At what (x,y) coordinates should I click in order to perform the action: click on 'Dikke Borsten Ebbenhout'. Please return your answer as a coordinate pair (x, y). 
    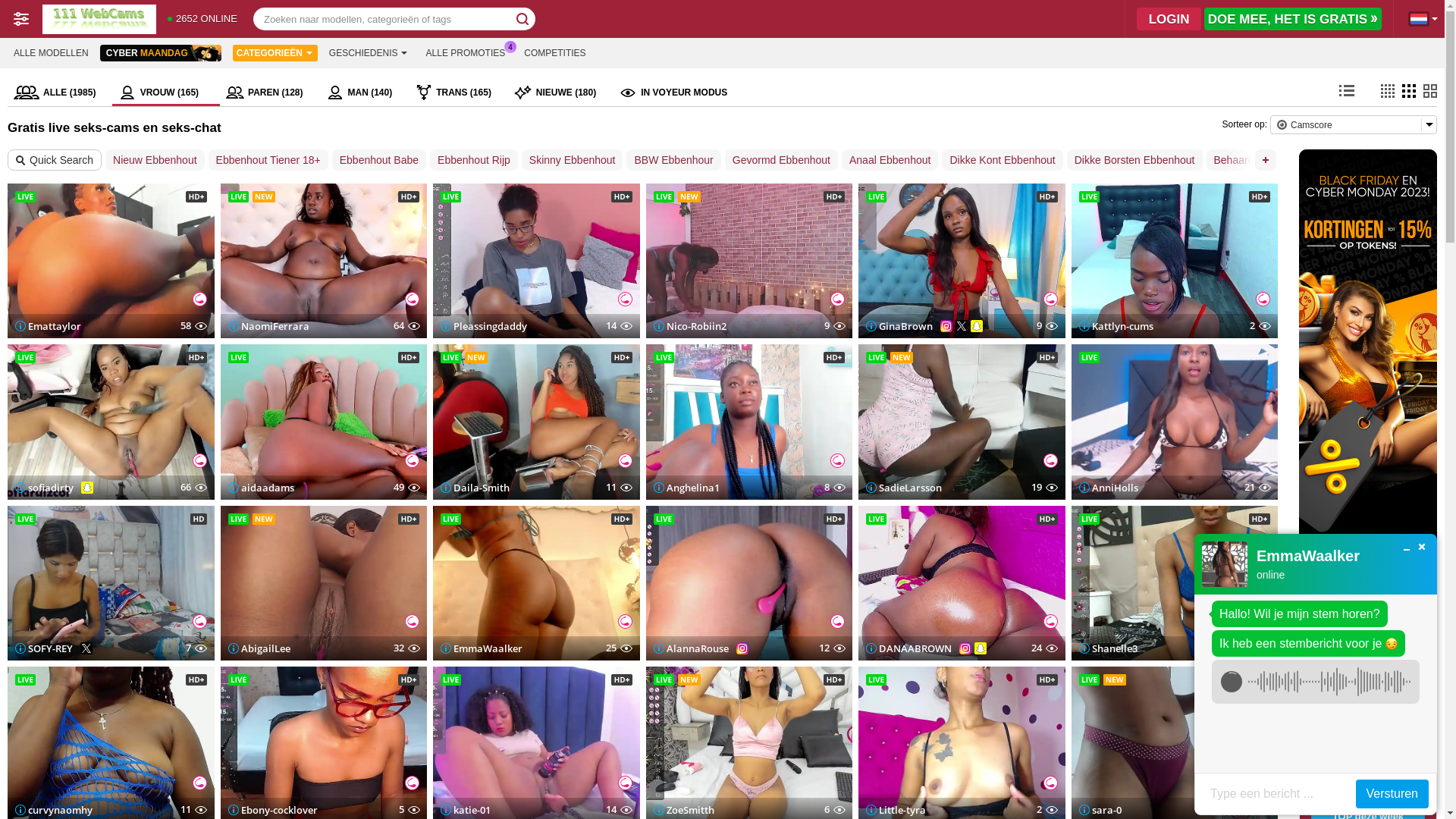
    Looking at the image, I should click on (1134, 160).